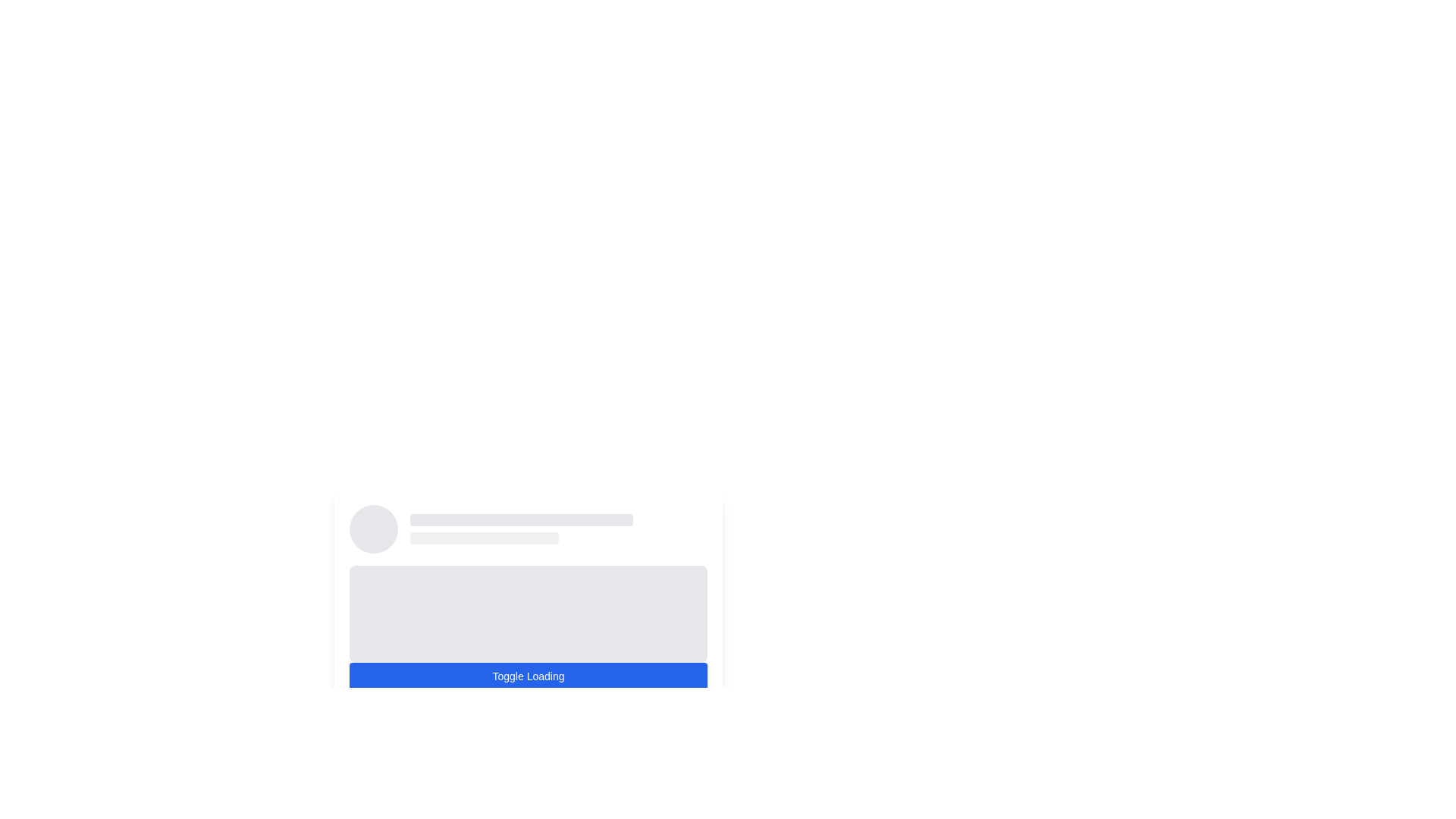 Image resolution: width=1456 pixels, height=819 pixels. Describe the element at coordinates (483, 537) in the screenshot. I see `the light grey horizontal rectangular Static bar element with rounded corners, positioned as the second of two bars in the upper-middle portion of the interface` at that location.